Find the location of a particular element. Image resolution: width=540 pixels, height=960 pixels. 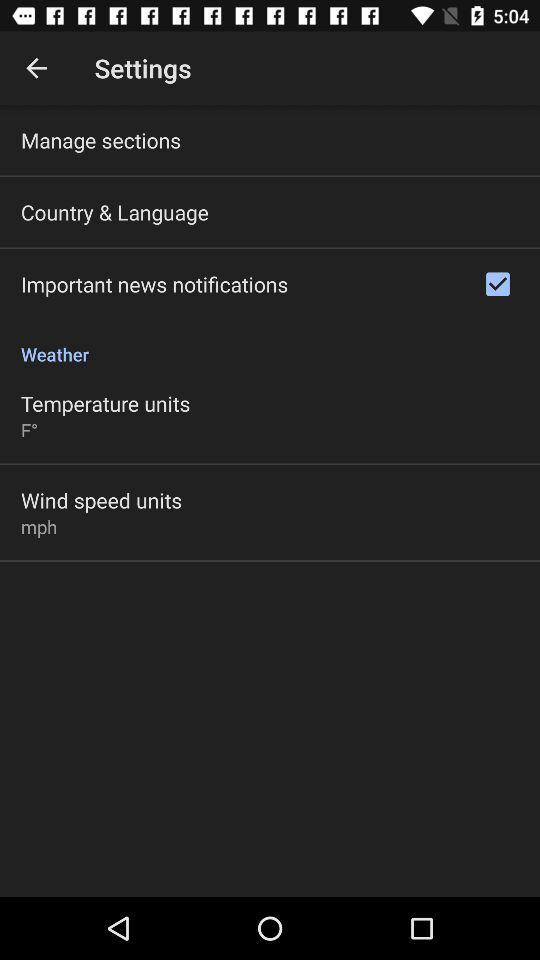

the item below the temperature units item is located at coordinates (28, 430).